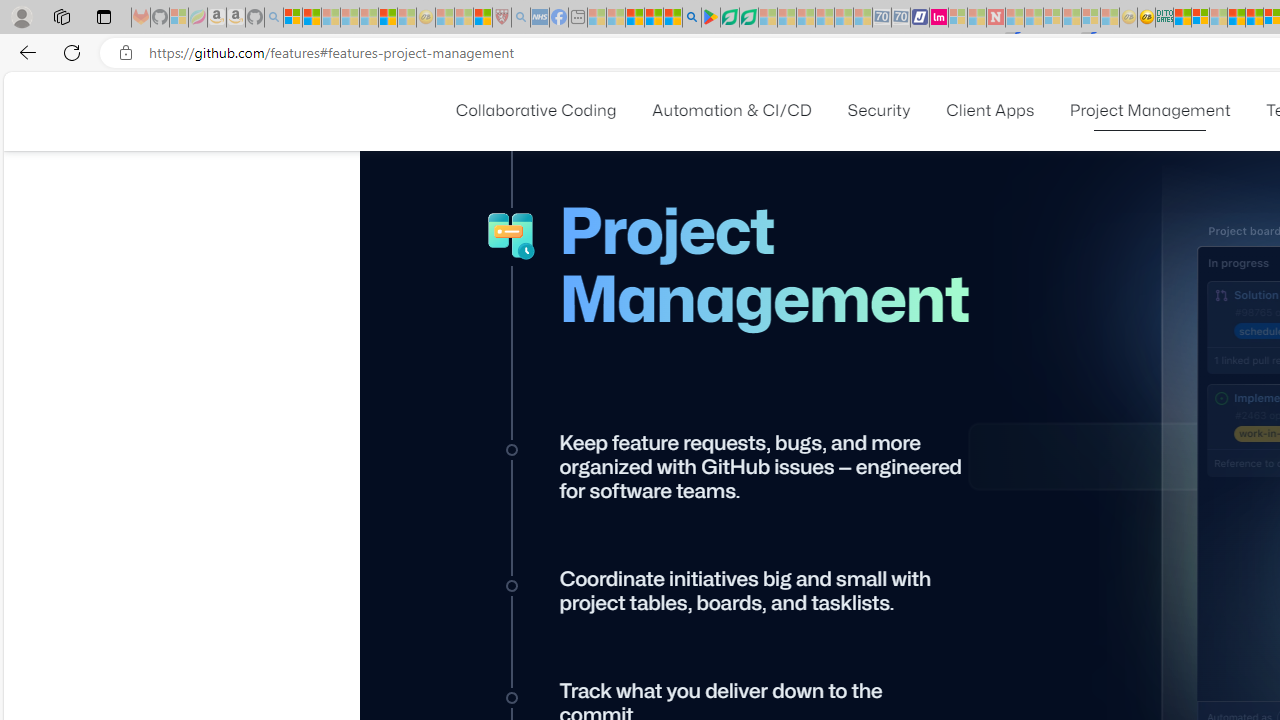  What do you see at coordinates (990, 110) in the screenshot?
I see `'Client Apps'` at bounding box center [990, 110].